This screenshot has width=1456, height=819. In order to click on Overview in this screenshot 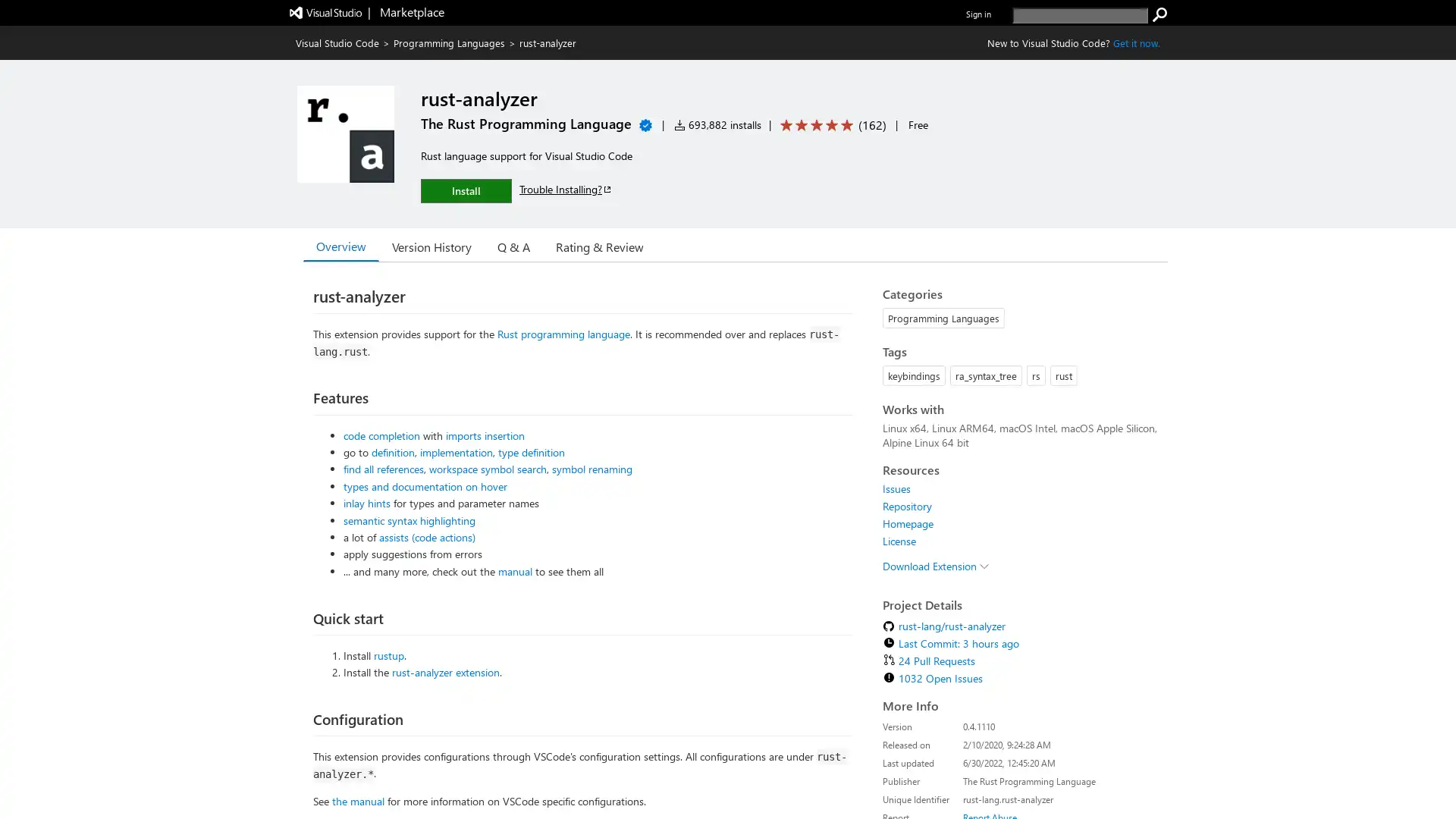, I will do `click(340, 245)`.